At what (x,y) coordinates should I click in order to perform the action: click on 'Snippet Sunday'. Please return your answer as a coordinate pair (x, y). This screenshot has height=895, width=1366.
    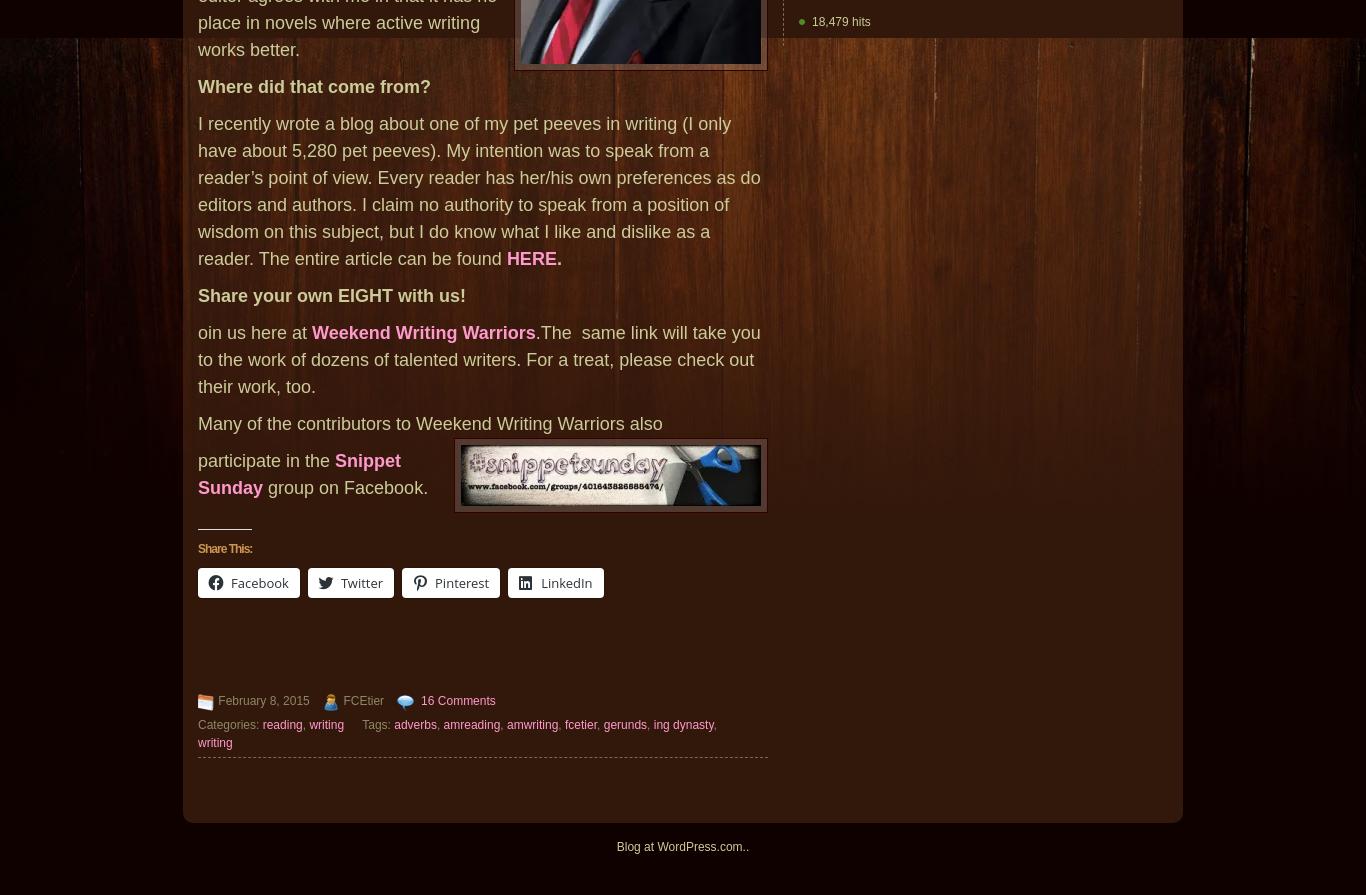
    Looking at the image, I should click on (299, 473).